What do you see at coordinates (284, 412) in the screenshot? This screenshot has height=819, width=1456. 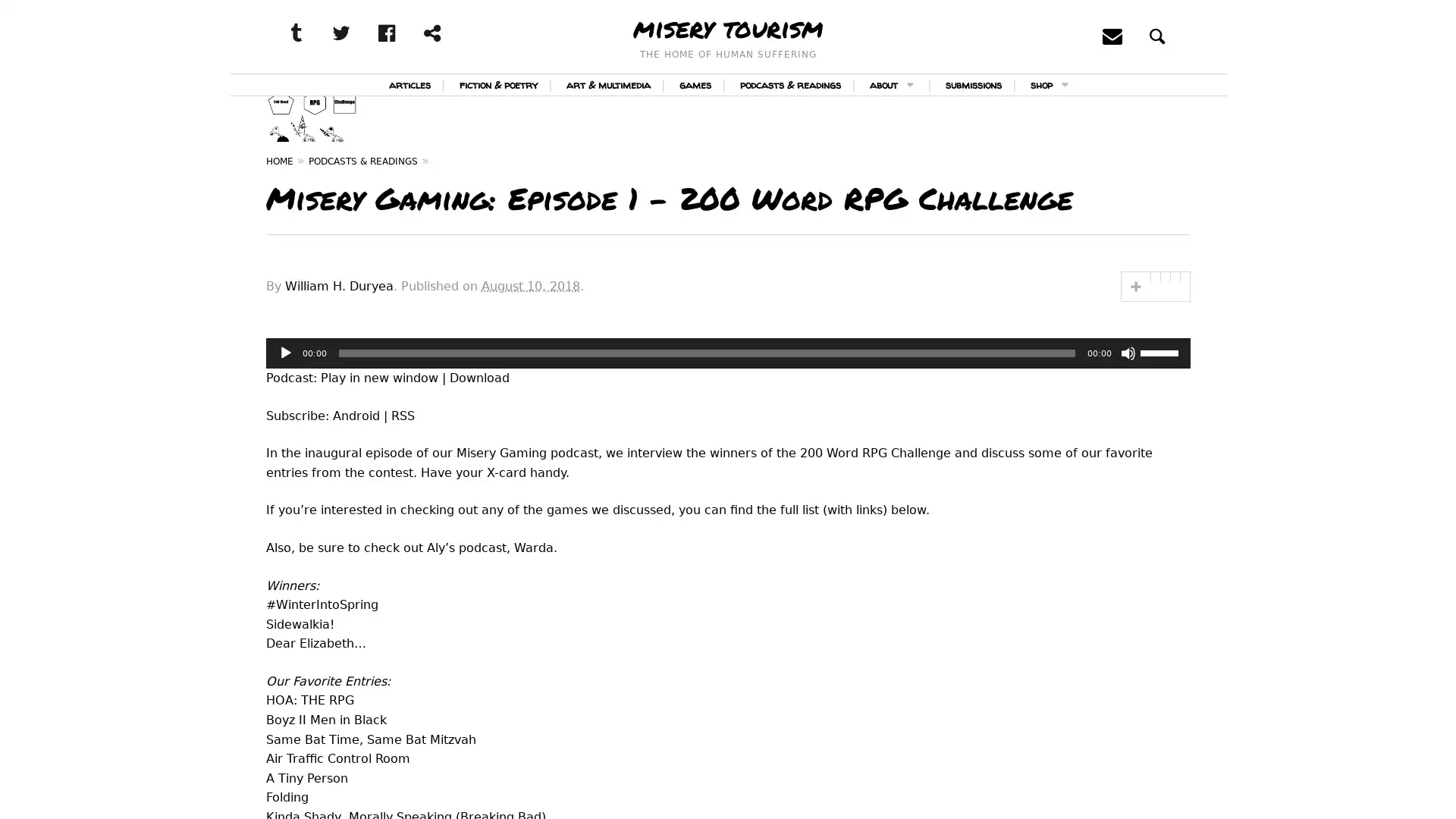 I see `Play` at bounding box center [284, 412].